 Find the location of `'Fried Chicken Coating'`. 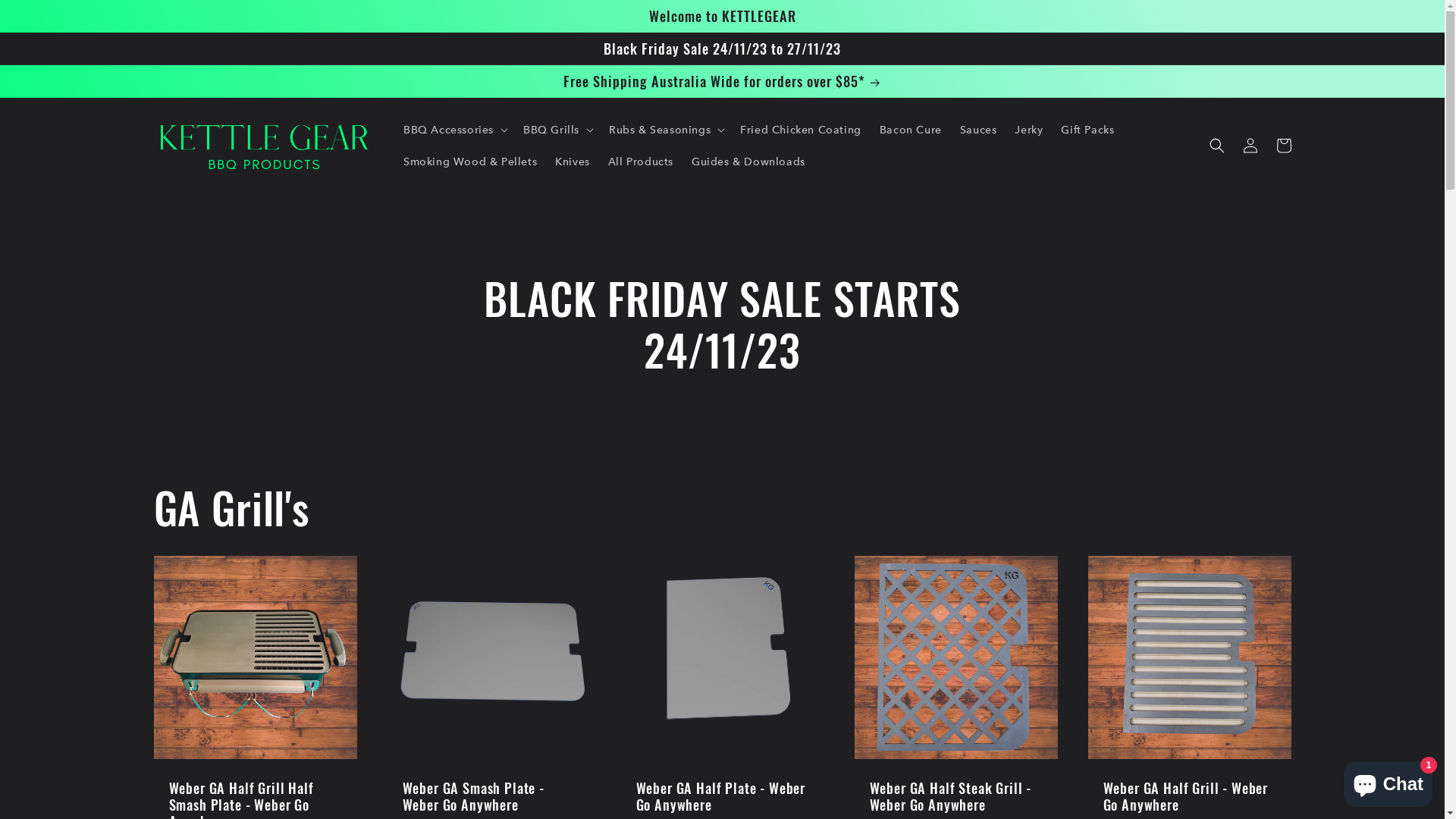

'Fried Chicken Coating' is located at coordinates (800, 128).